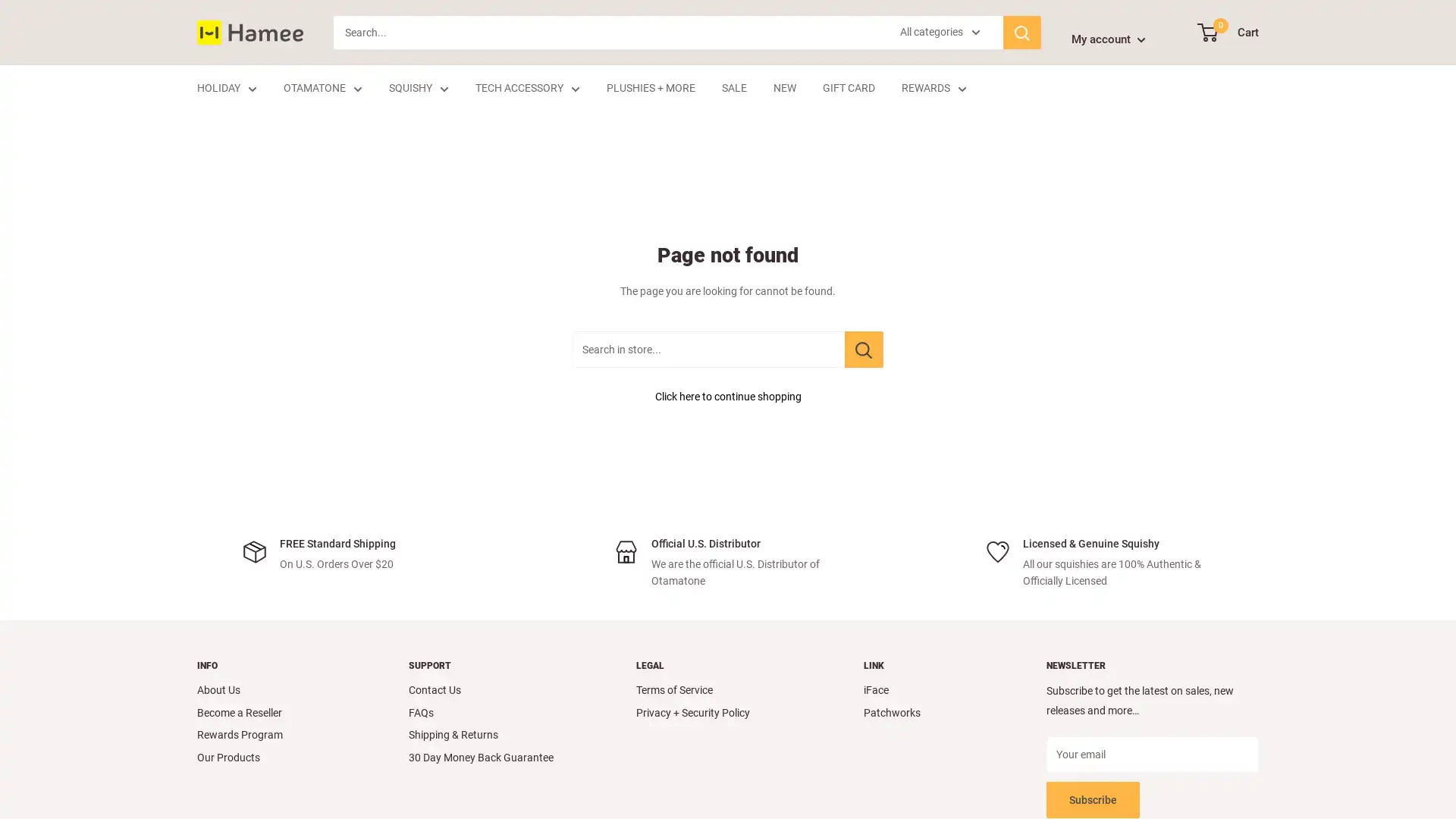  I want to click on SUPPORT, so click(495, 664).